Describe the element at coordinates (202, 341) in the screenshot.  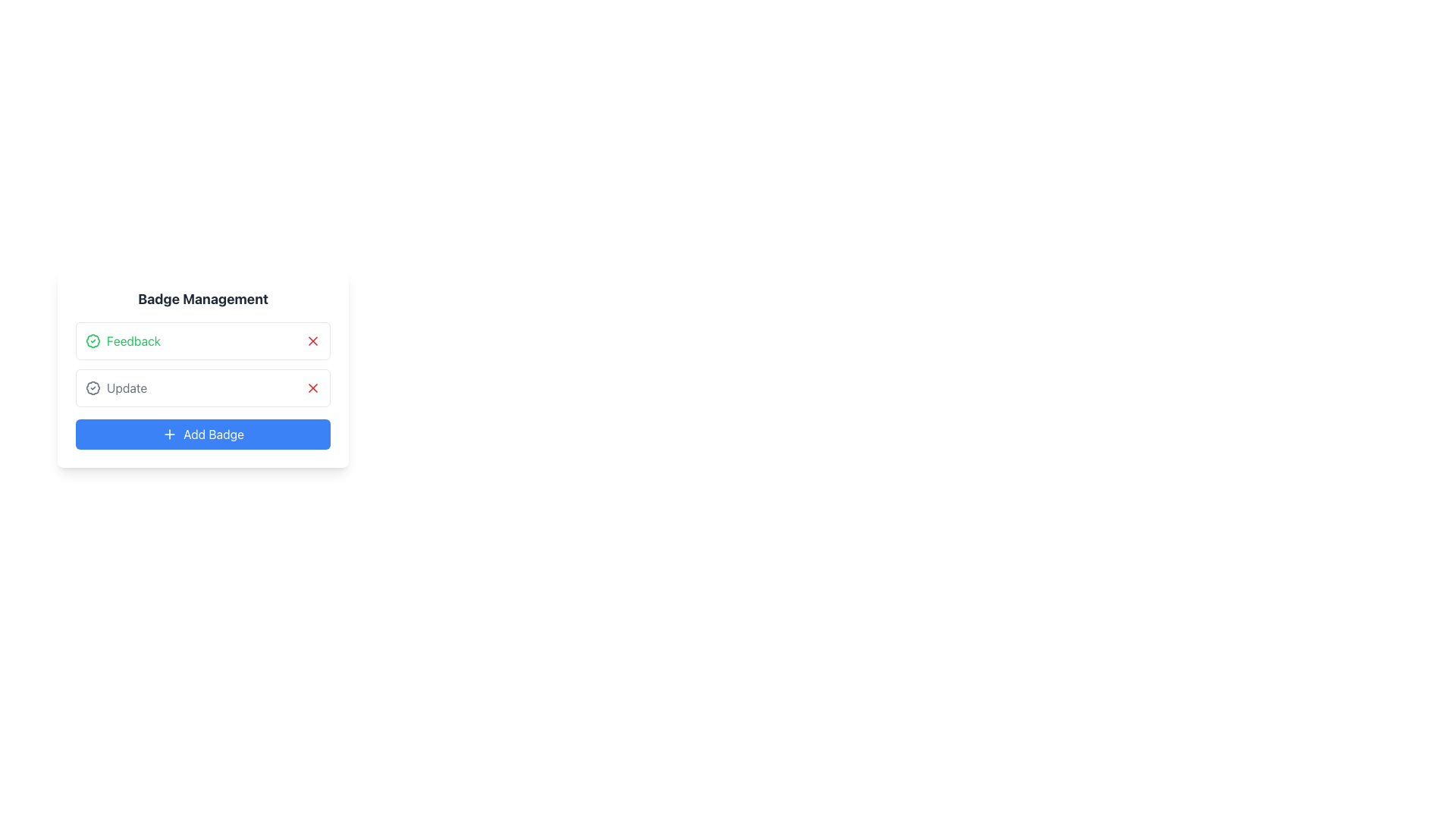
I see `the interactive badge labeled 'Feedback'` at that location.